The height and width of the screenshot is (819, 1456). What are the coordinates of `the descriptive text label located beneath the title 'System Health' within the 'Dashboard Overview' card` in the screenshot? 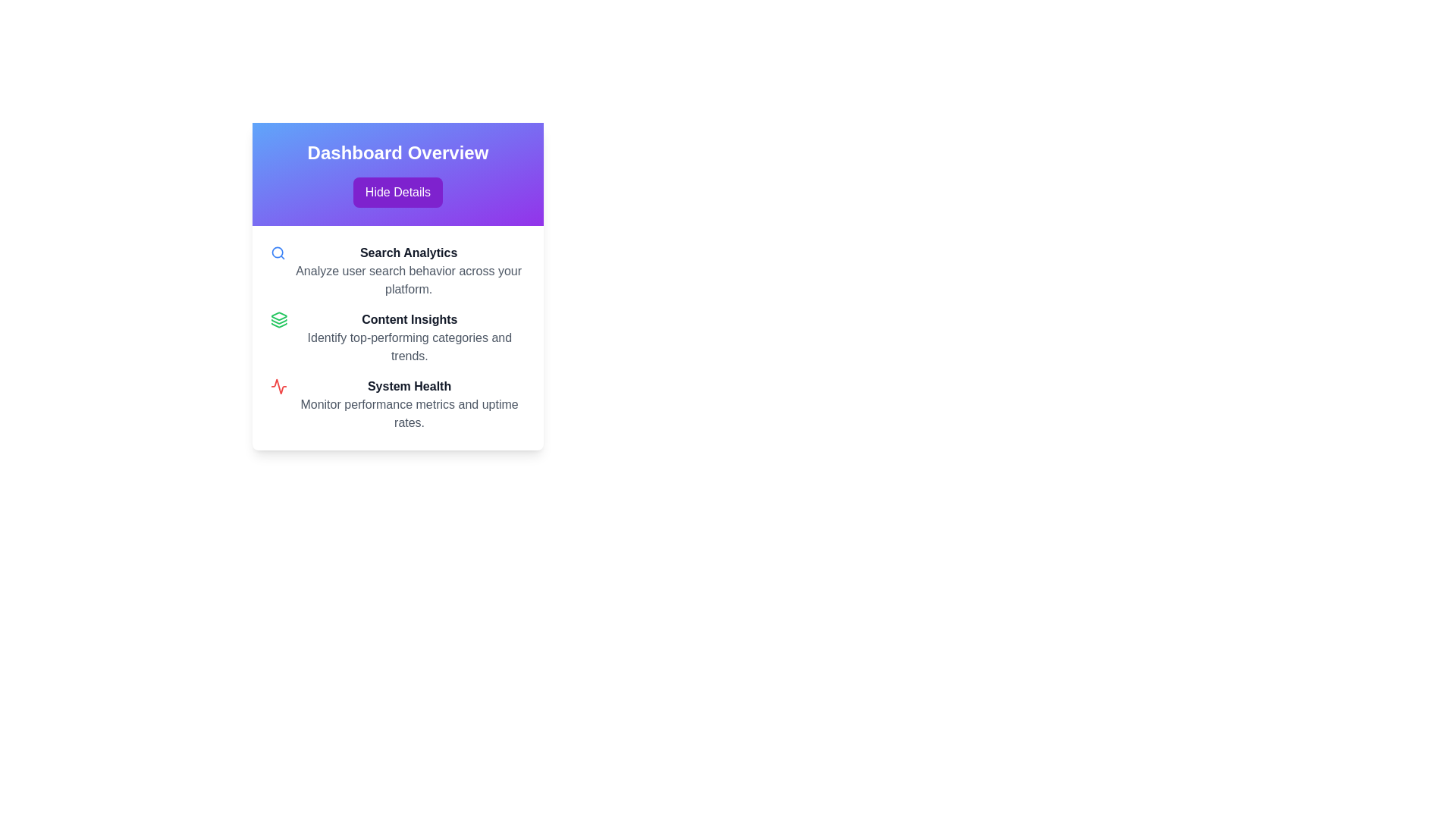 It's located at (409, 414).